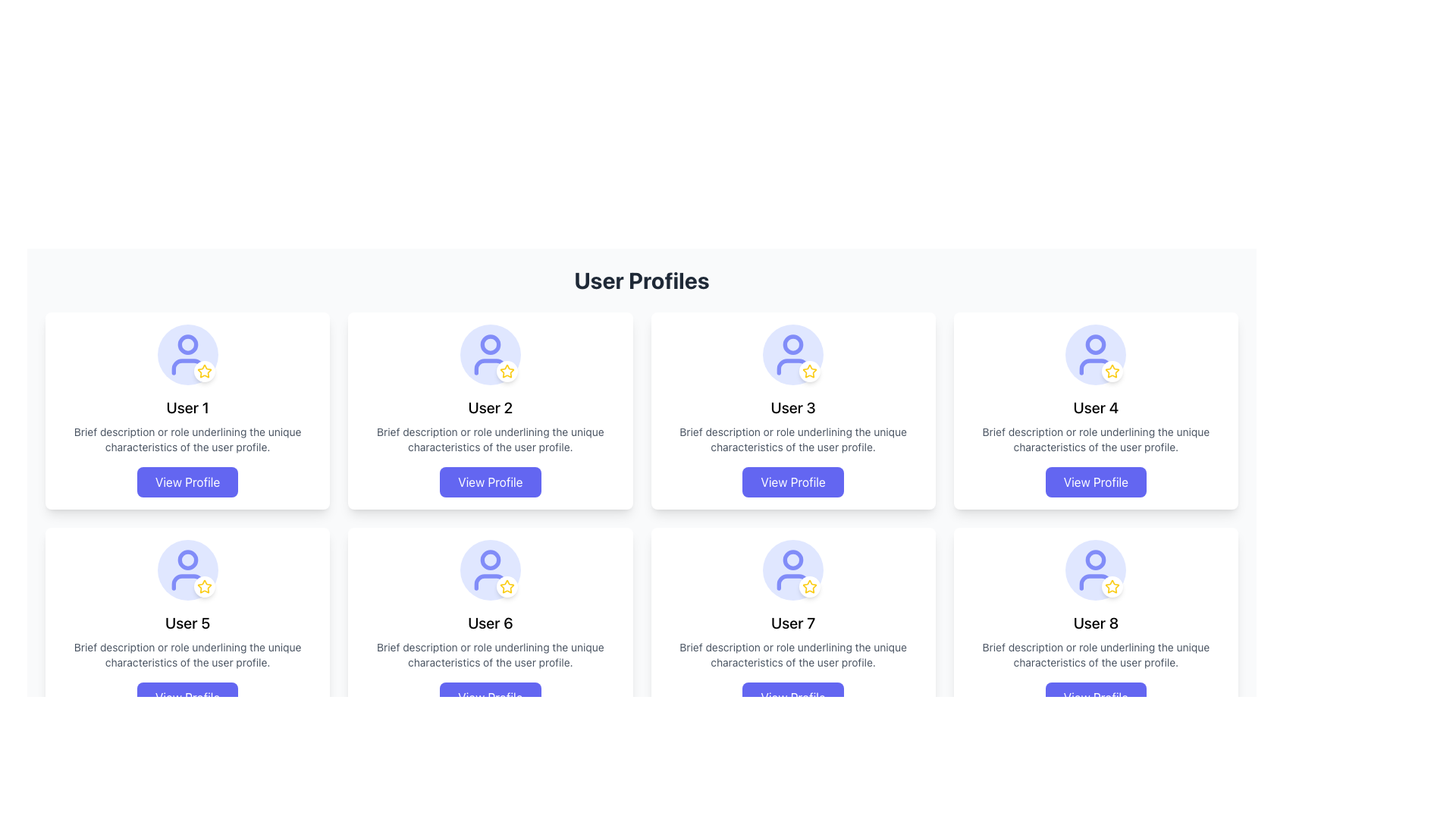 The height and width of the screenshot is (819, 1456). Describe the element at coordinates (507, 371) in the screenshot. I see `the circular icon indicating a favorite or special feature for User 2, located at the bottom-right corner of User 2's profile card` at that location.